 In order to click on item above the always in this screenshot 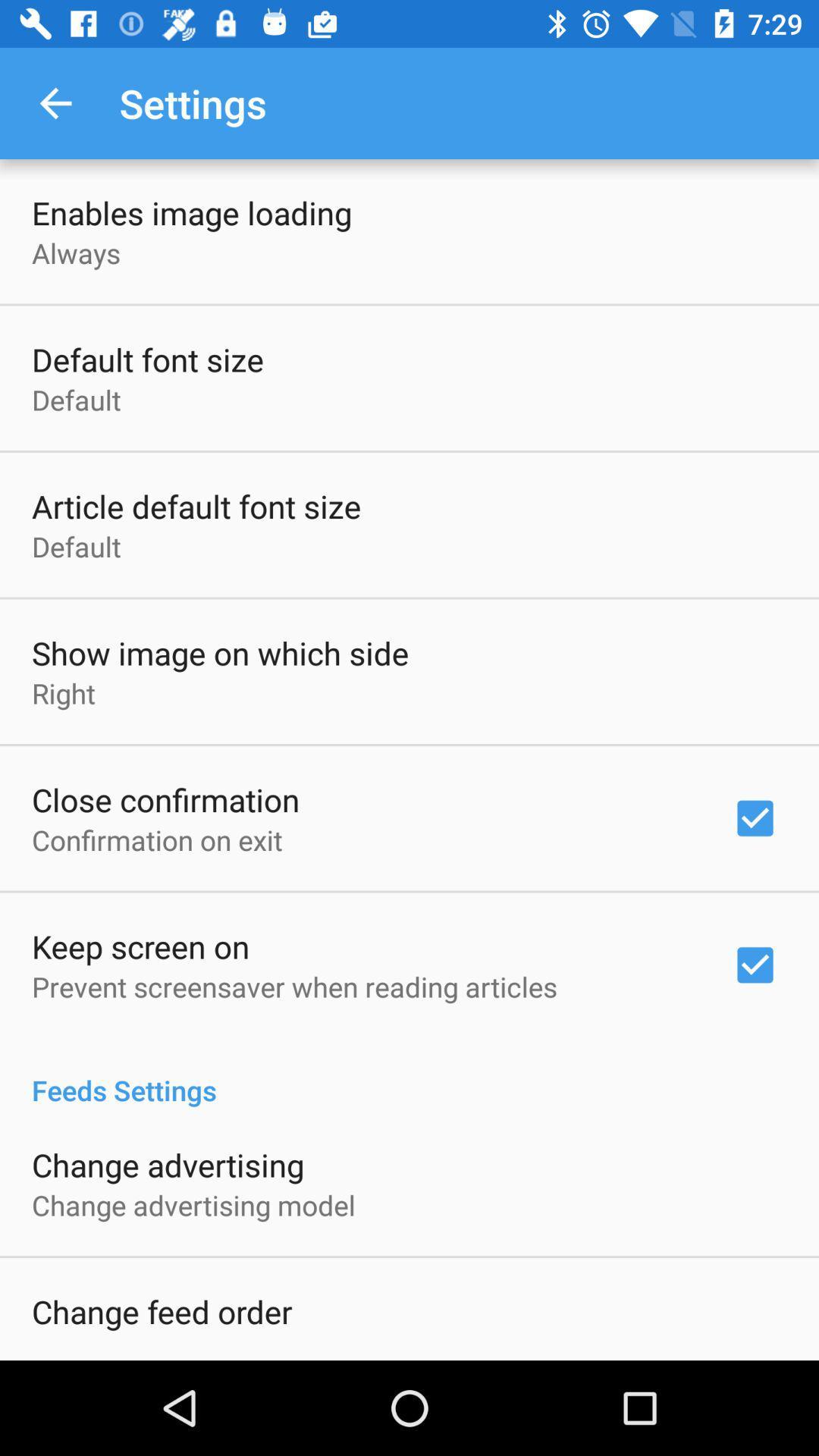, I will do `click(191, 212)`.